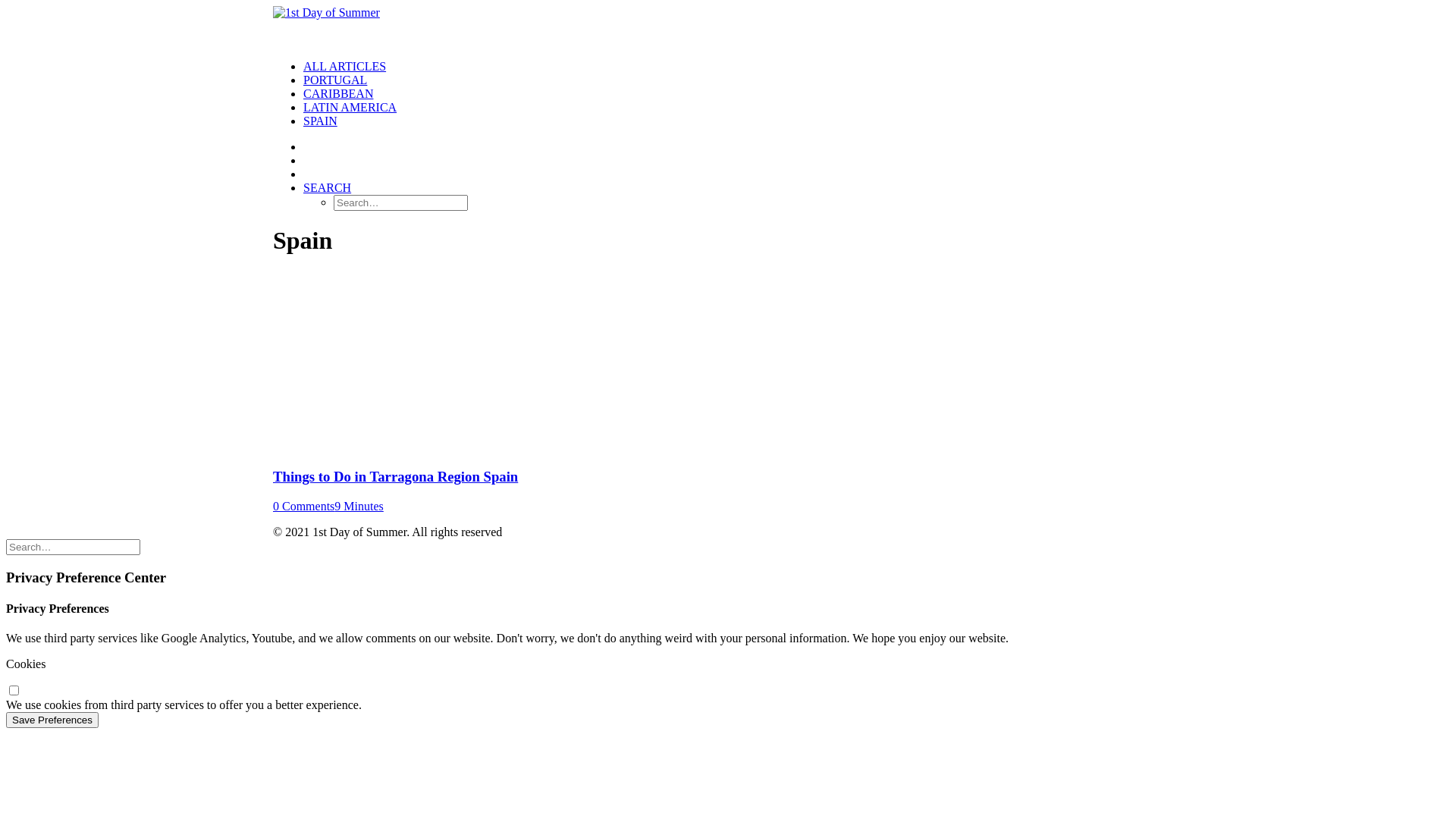 This screenshot has height=819, width=1456. Describe the element at coordinates (6, 547) in the screenshot. I see `'Search for:'` at that location.